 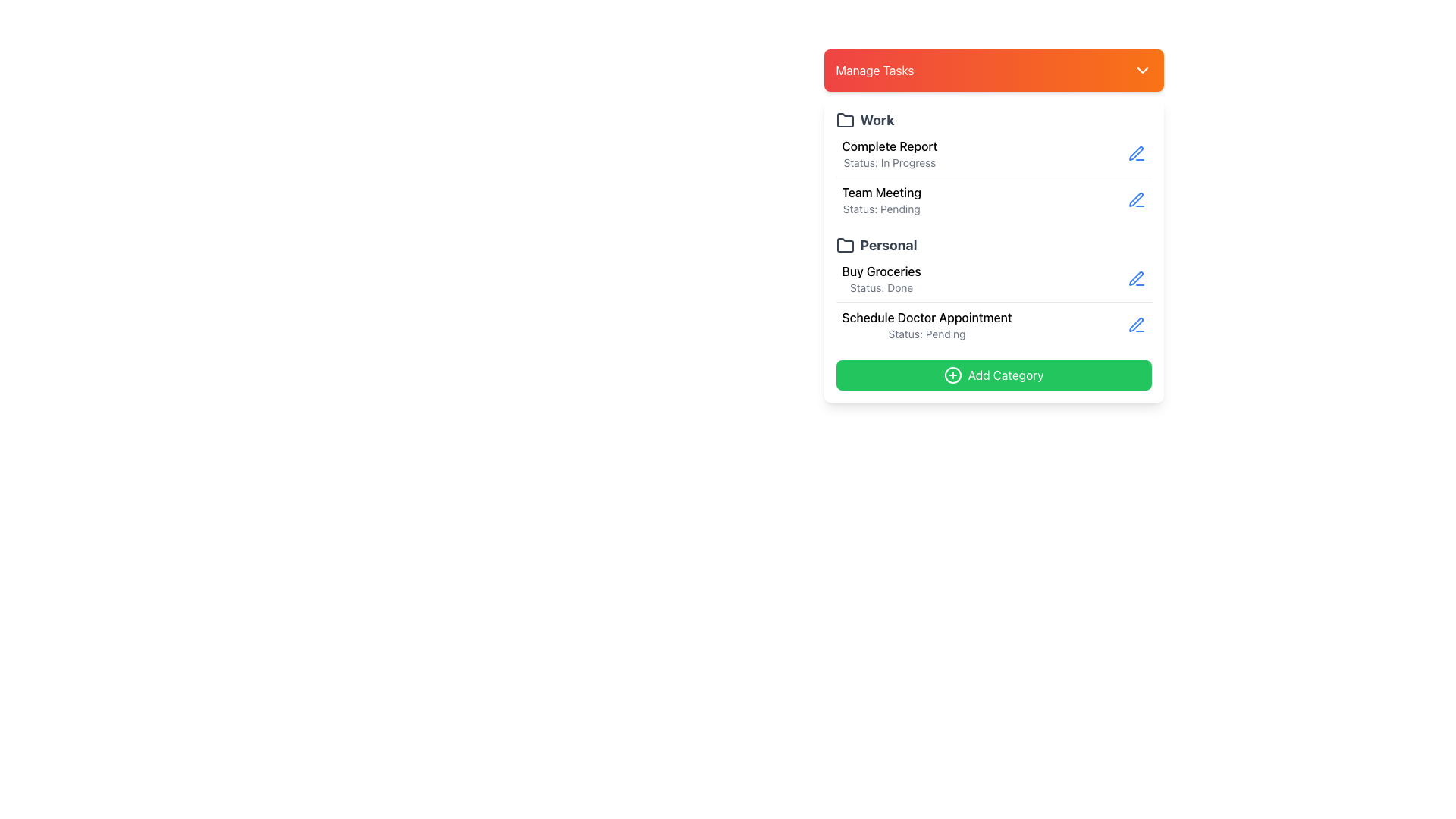 What do you see at coordinates (993, 154) in the screenshot?
I see `the 'Complete Report' component which has the subtitle 'Status: In Progress'` at bounding box center [993, 154].